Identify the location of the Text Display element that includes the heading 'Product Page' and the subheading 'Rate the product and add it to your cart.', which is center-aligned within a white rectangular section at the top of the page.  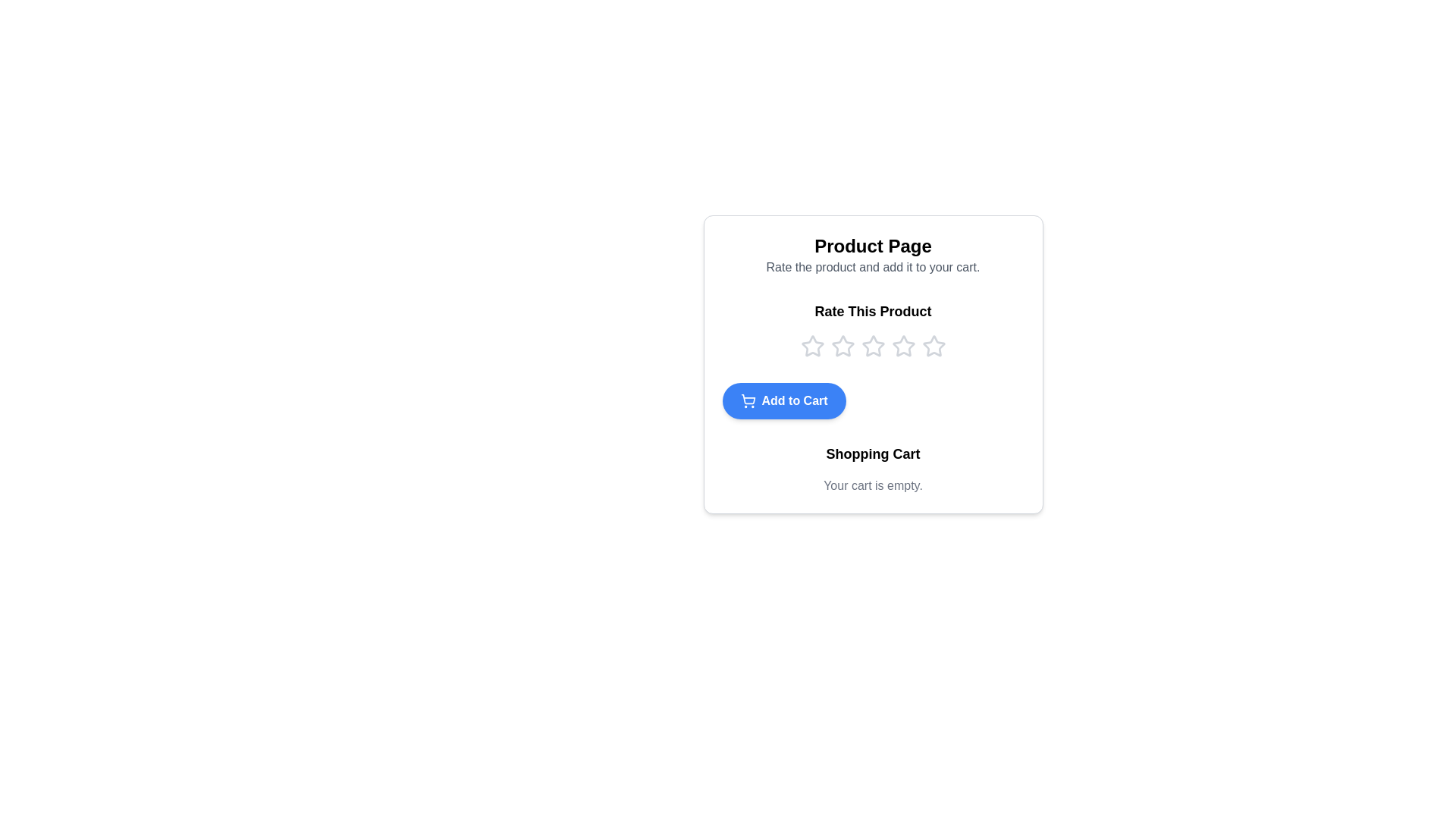
(873, 254).